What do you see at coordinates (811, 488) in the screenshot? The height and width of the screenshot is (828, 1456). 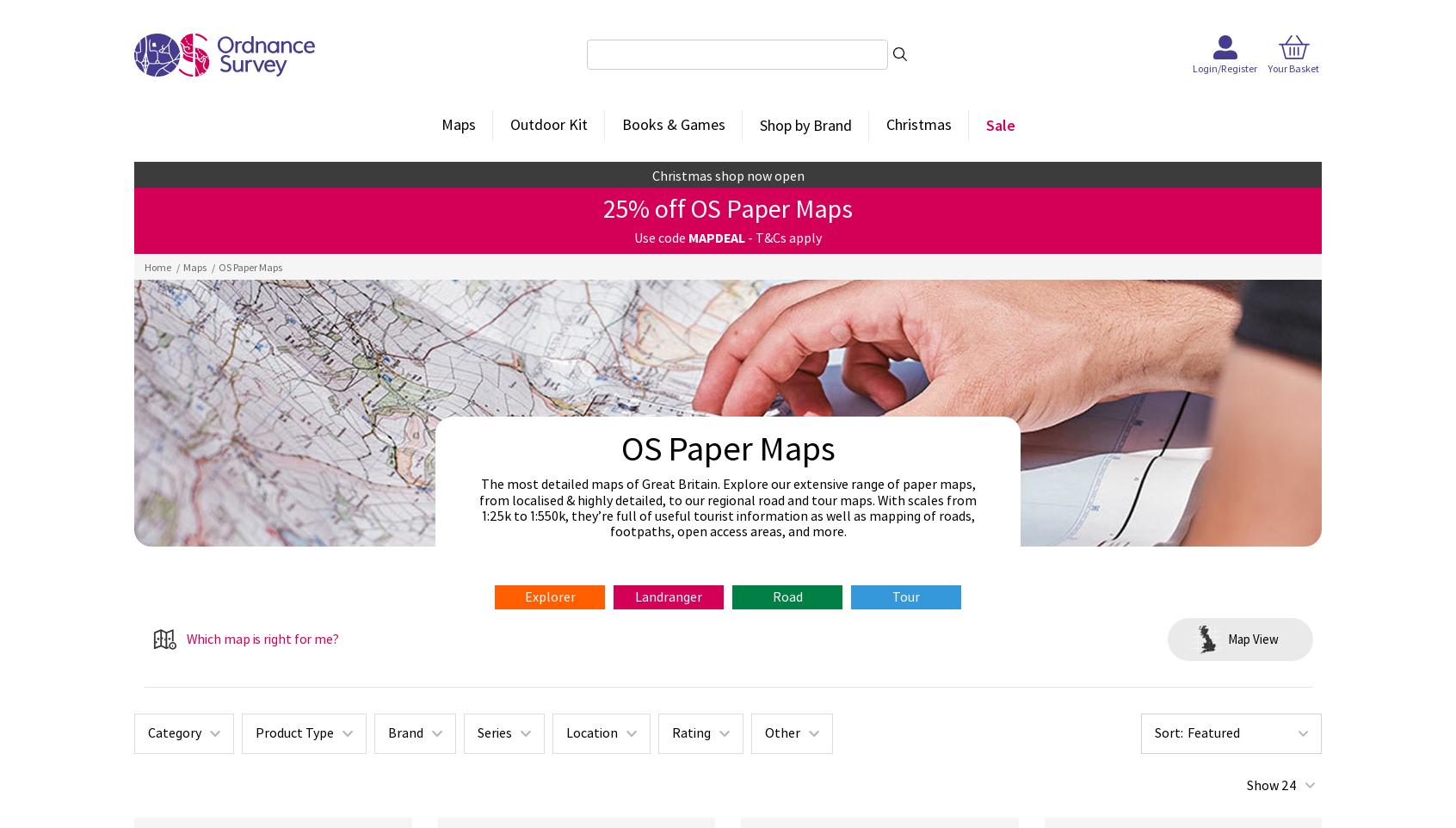 I see `'See all OS Landranger Maps'` at bounding box center [811, 488].